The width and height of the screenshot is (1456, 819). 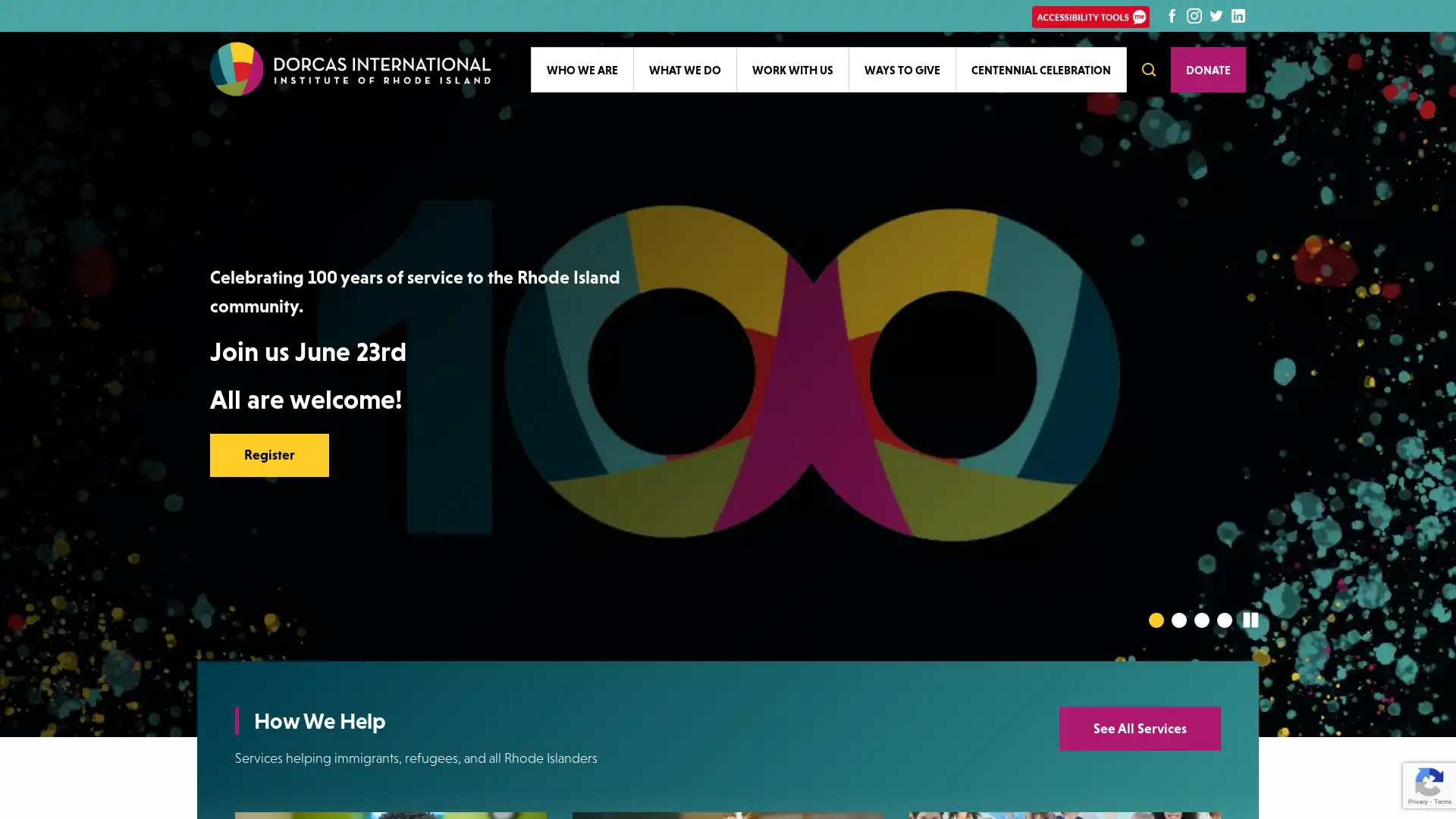 I want to click on Go to slide 1, so click(x=1156, y=620).